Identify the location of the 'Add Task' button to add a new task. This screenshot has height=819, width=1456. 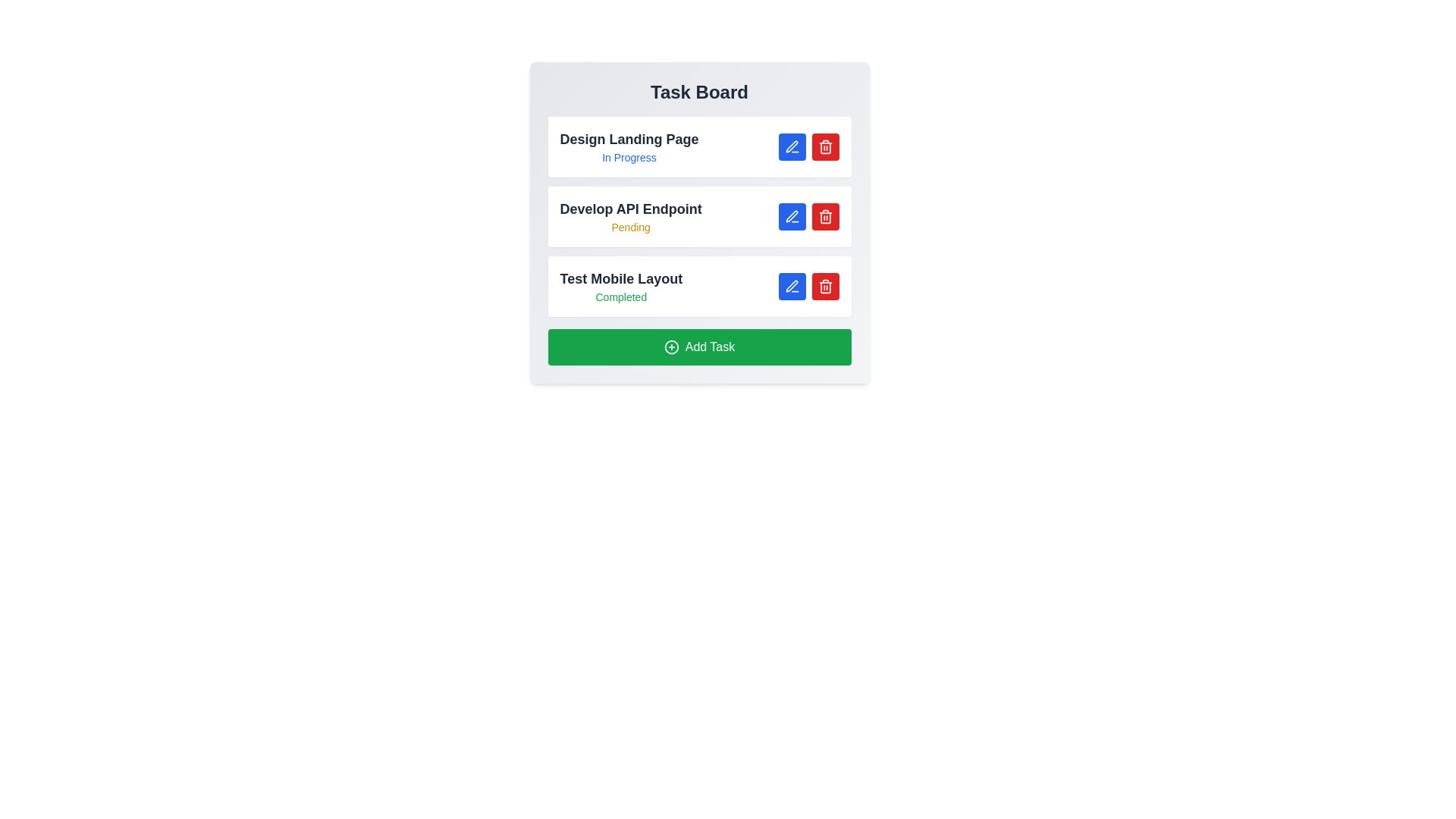
(698, 347).